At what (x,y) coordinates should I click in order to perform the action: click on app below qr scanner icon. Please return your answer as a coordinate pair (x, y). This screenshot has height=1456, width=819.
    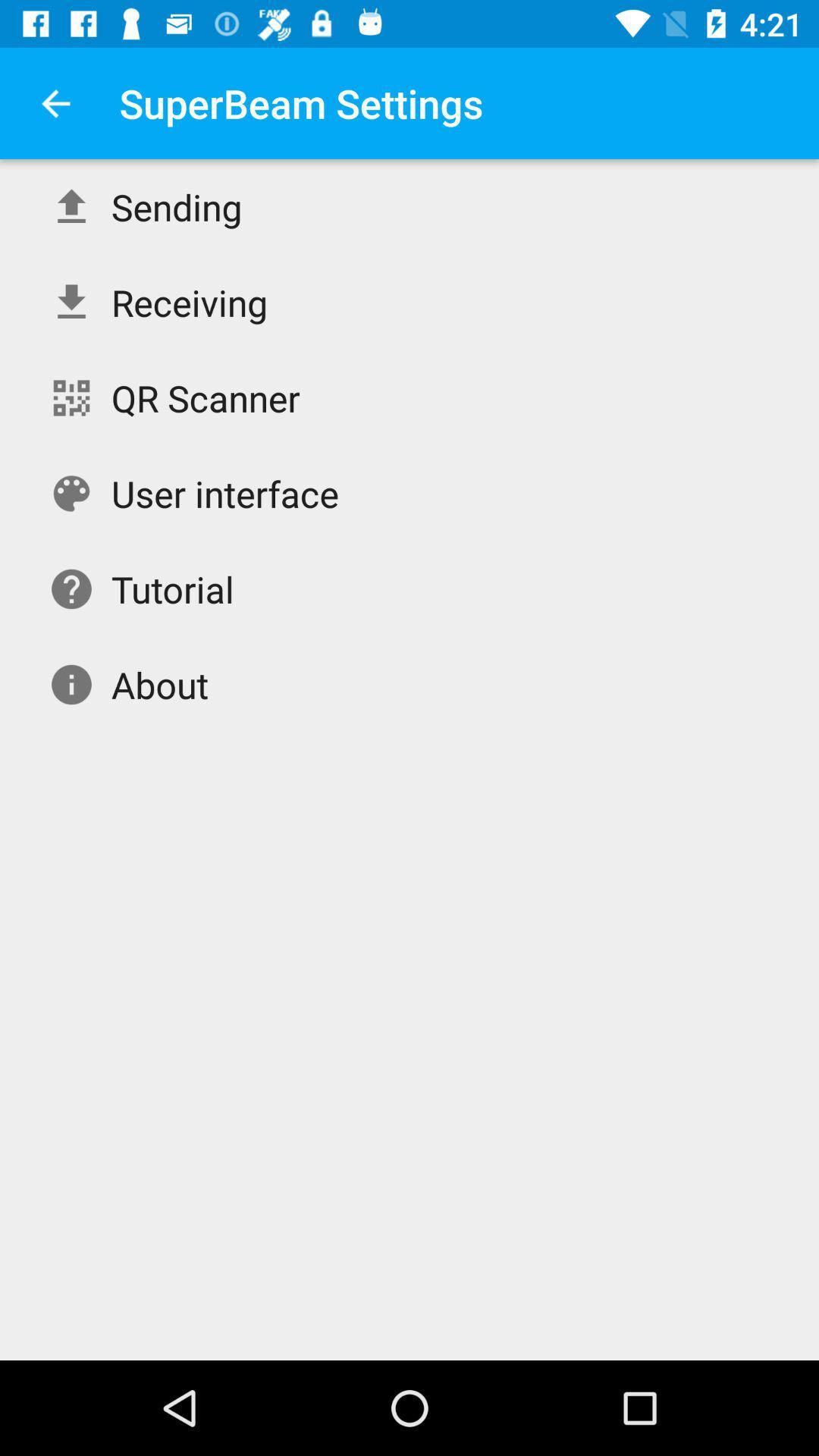
    Looking at the image, I should click on (225, 494).